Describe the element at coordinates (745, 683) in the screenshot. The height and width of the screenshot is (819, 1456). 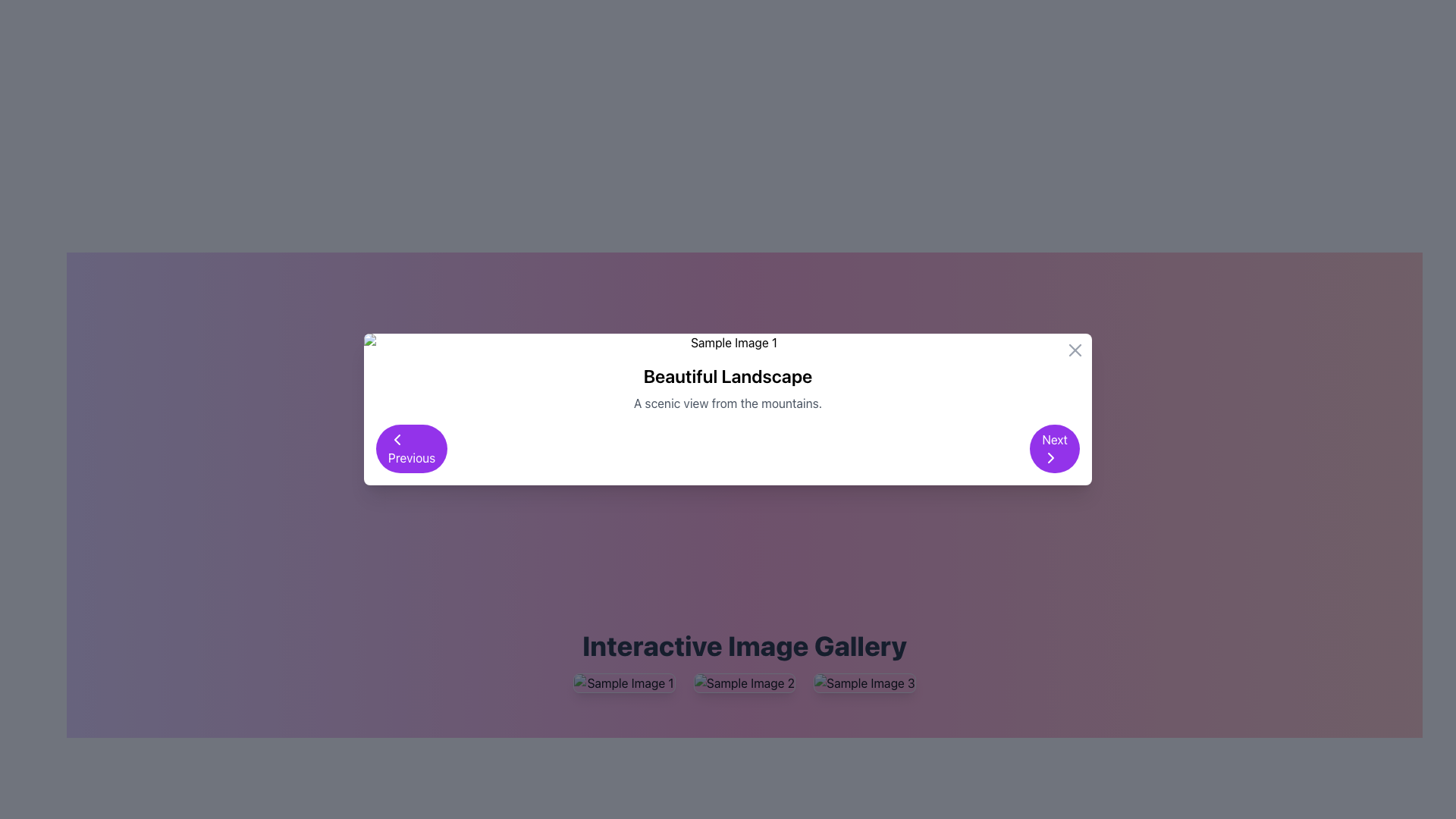
I see `the second image` at that location.